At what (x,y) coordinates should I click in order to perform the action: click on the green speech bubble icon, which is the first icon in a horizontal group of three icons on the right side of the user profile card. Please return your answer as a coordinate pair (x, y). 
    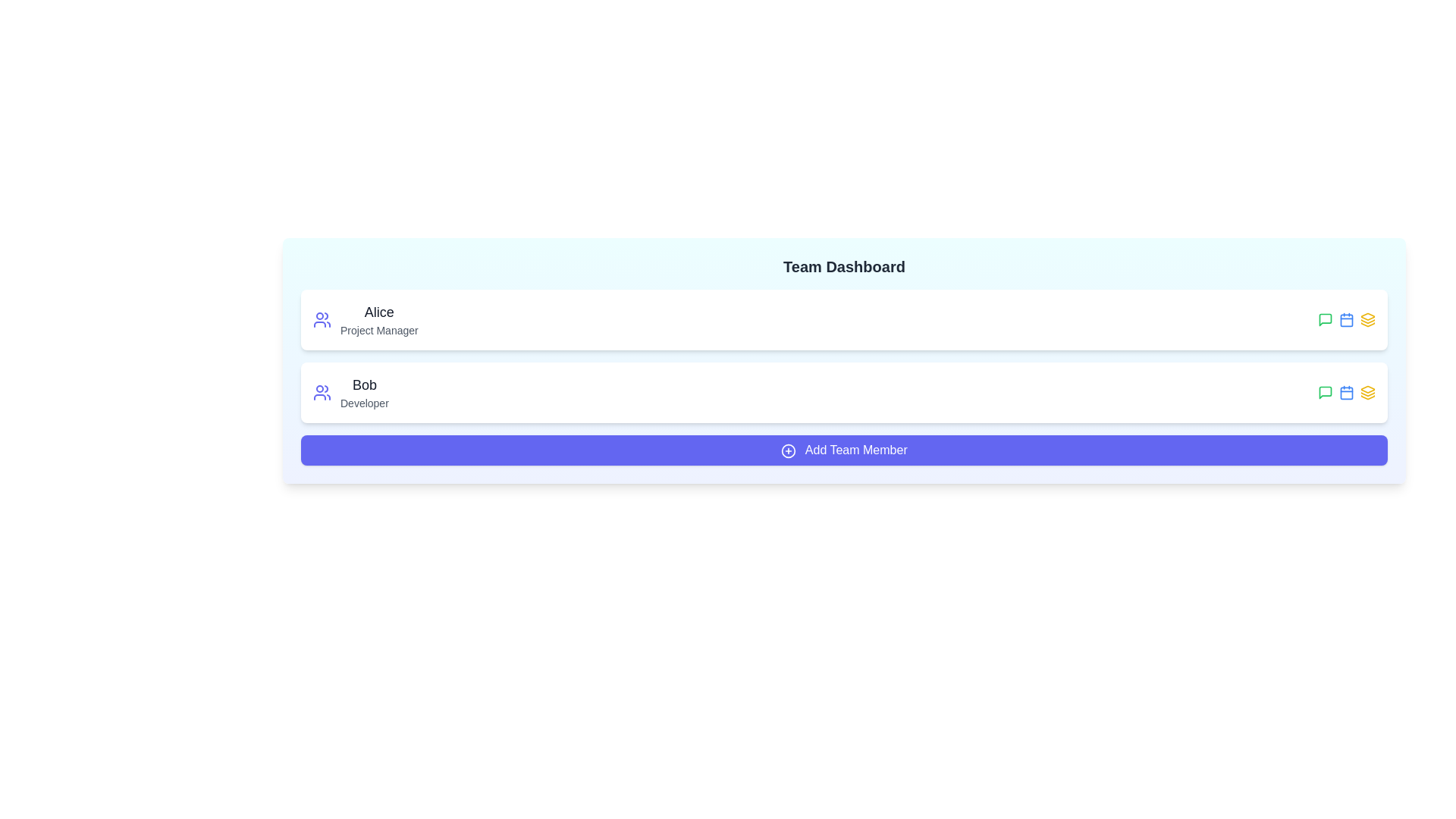
    Looking at the image, I should click on (1324, 391).